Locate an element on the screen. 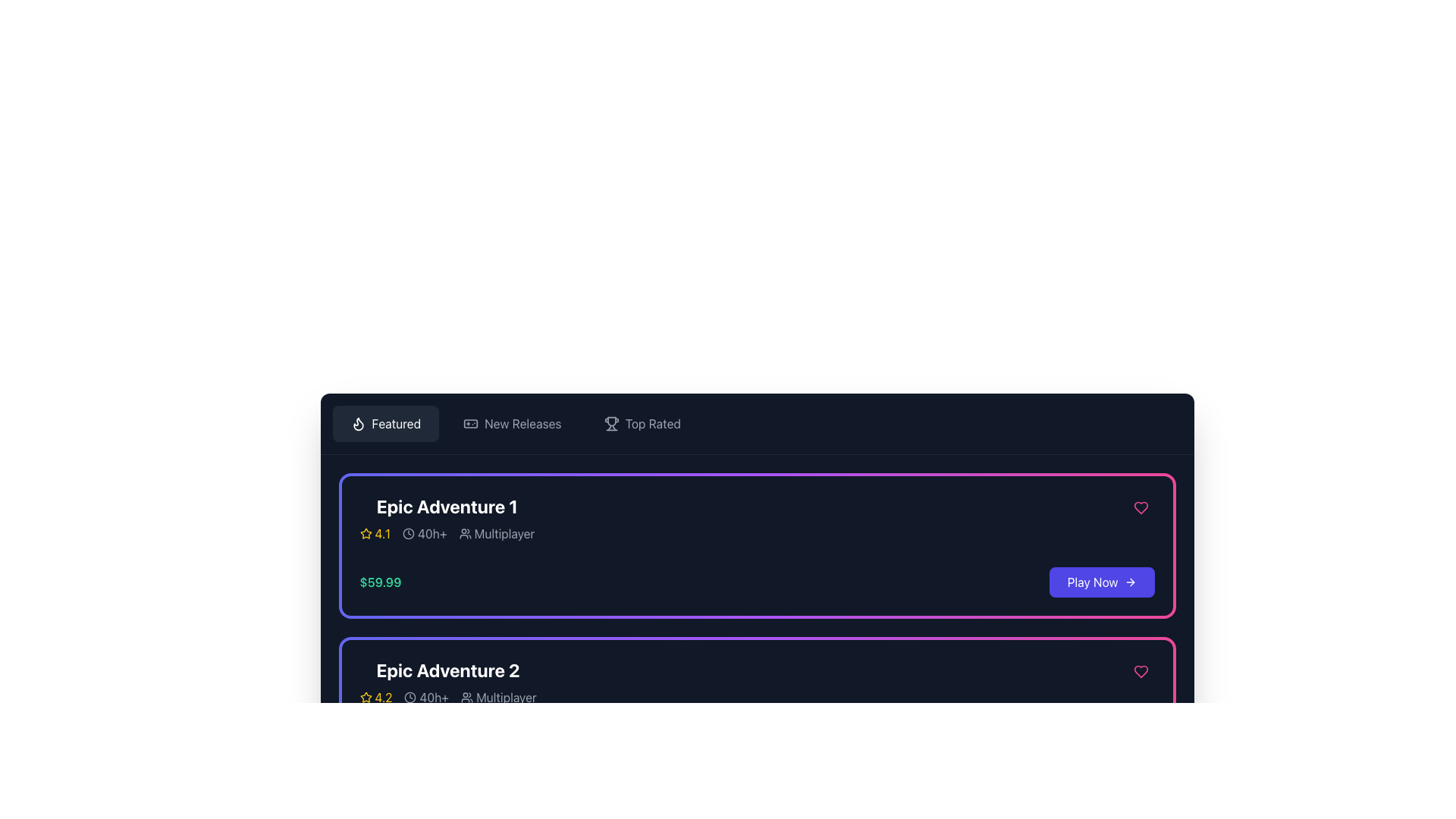  the content of the 'Multiplayer' text element with the user figures icon to gather information on multiplayer support is located at coordinates (497, 533).